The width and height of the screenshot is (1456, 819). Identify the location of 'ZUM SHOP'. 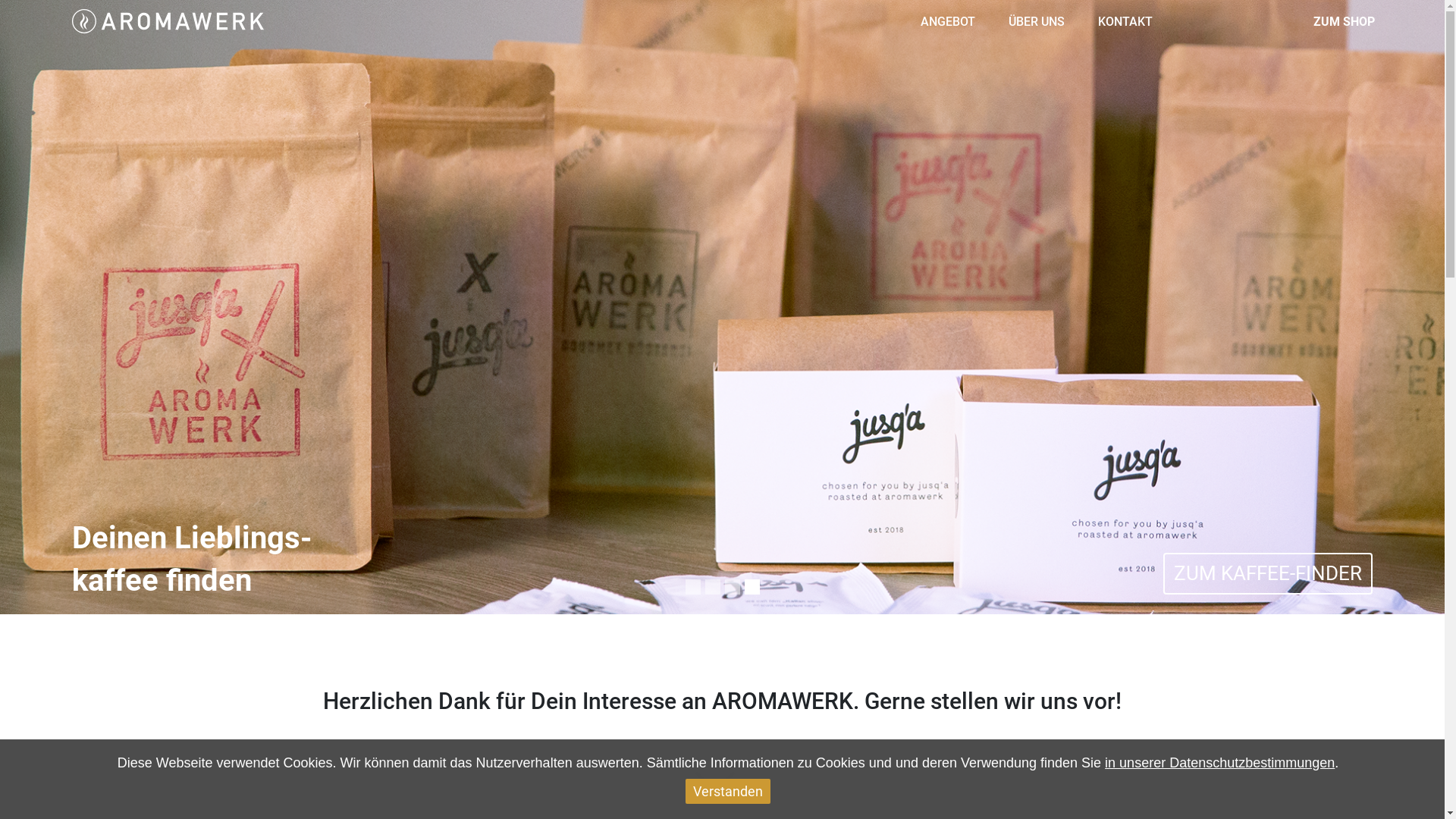
(1344, 20).